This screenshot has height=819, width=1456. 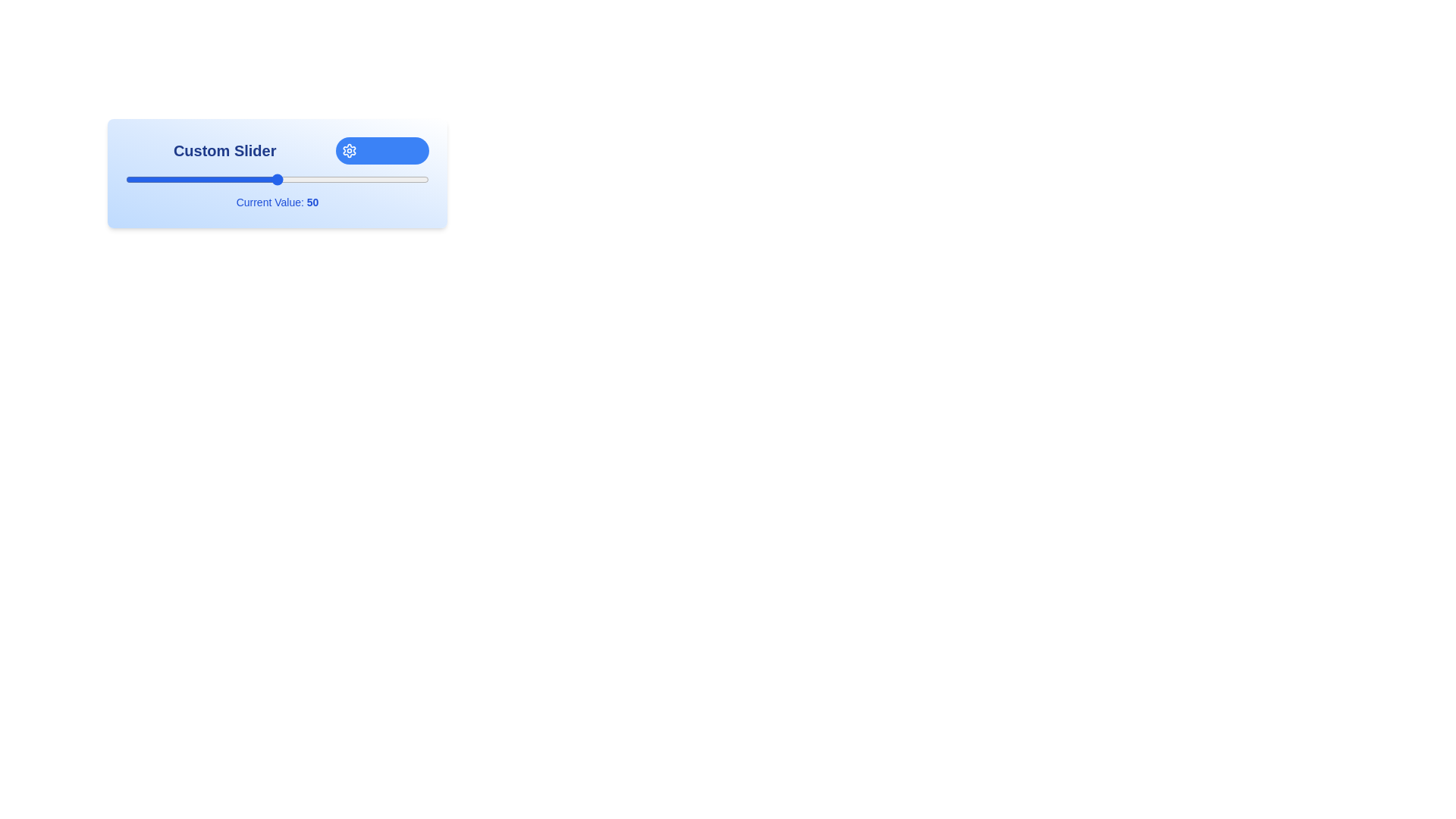 I want to click on the slider's value, so click(x=128, y=178).